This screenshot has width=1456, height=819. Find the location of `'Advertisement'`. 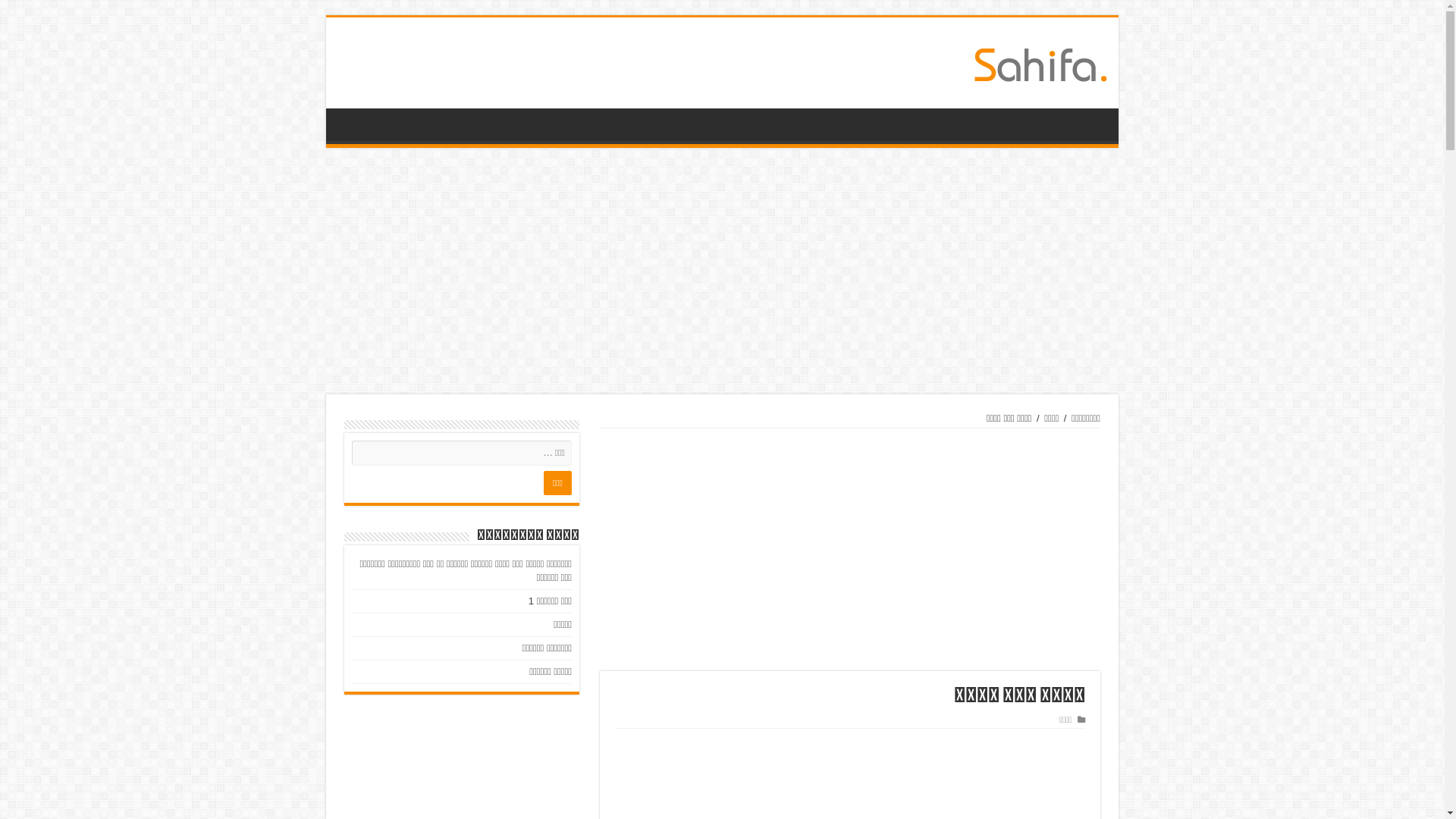

'Advertisement' is located at coordinates (850, 550).